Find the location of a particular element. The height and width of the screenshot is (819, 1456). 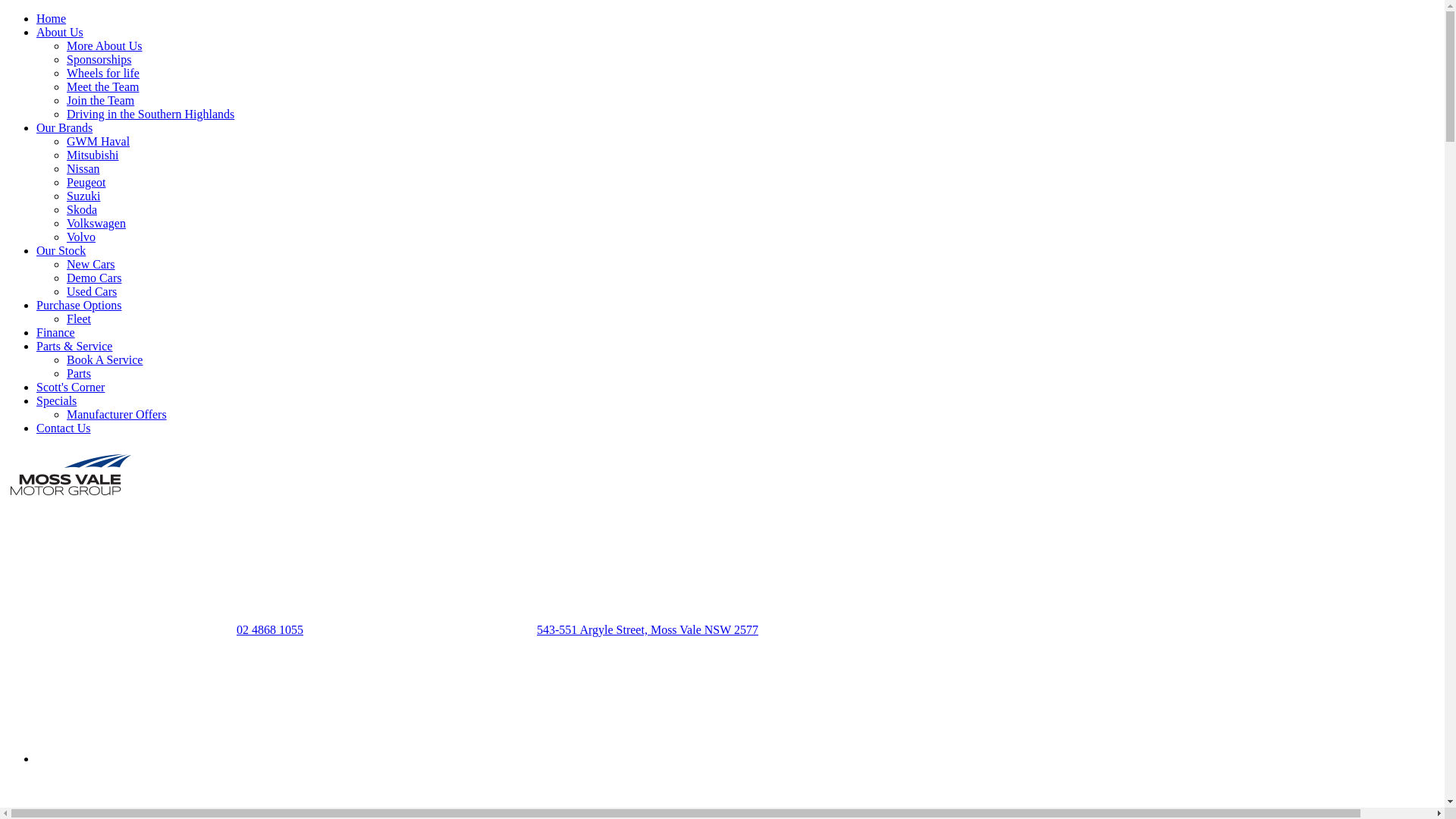

'Used Cars' is located at coordinates (90, 291).